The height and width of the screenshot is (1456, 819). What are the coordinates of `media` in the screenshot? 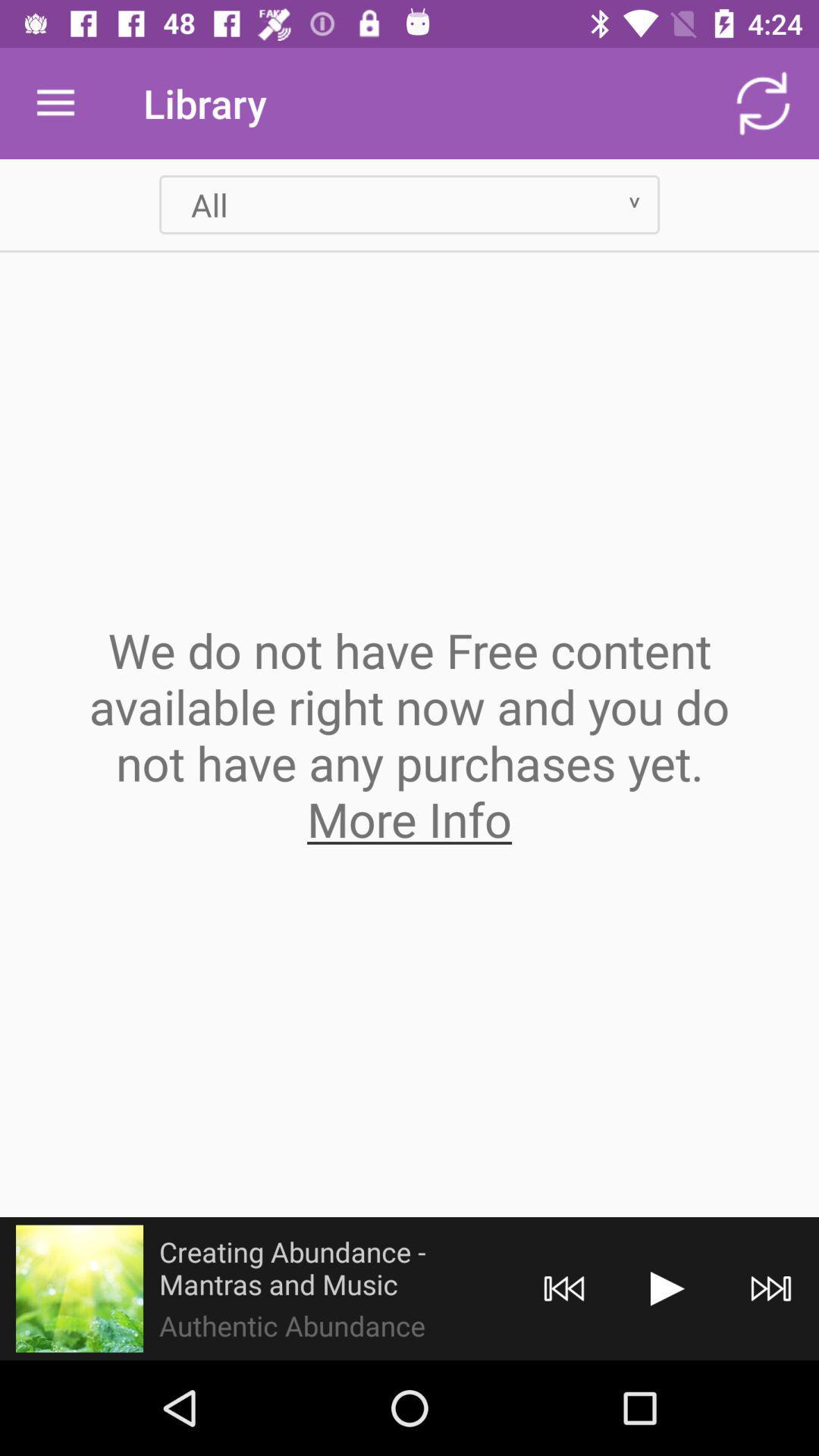 It's located at (667, 1288).